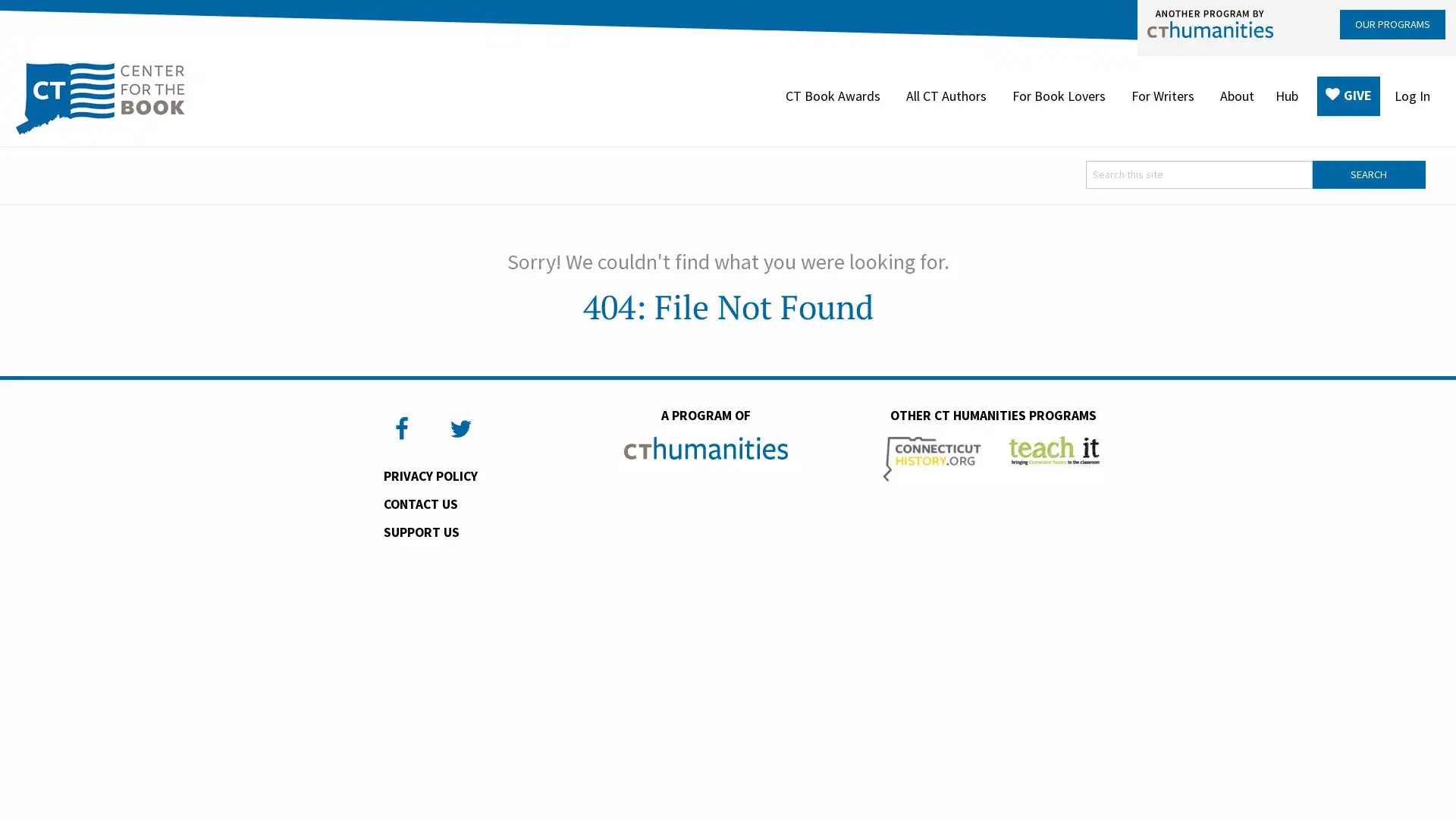 This screenshot has width=1456, height=819. Describe the element at coordinates (1368, 173) in the screenshot. I see `Search` at that location.